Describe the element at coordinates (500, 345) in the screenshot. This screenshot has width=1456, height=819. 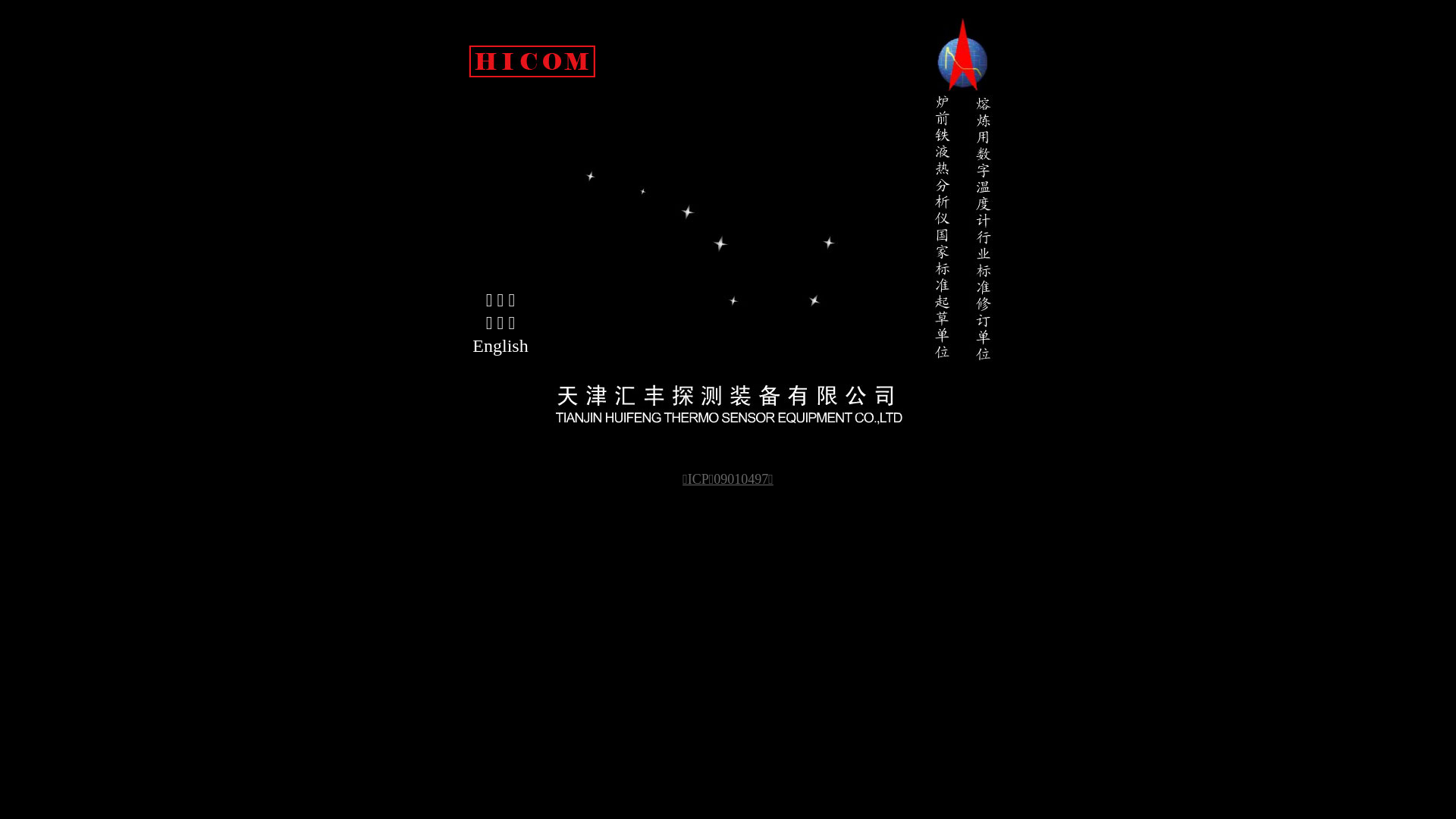
I see `'English'` at that location.